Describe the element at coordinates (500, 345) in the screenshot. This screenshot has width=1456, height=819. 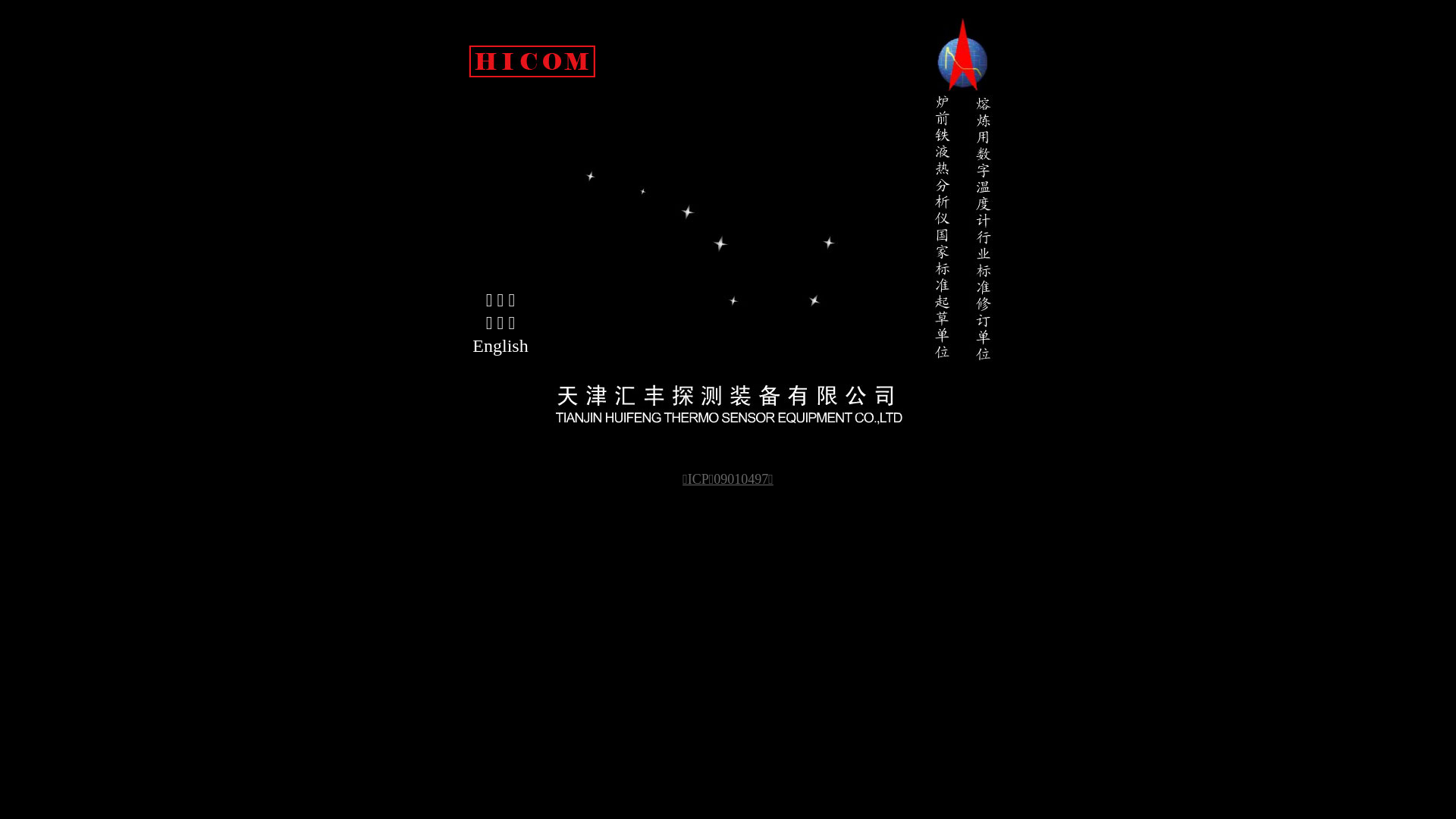
I see `'English'` at that location.